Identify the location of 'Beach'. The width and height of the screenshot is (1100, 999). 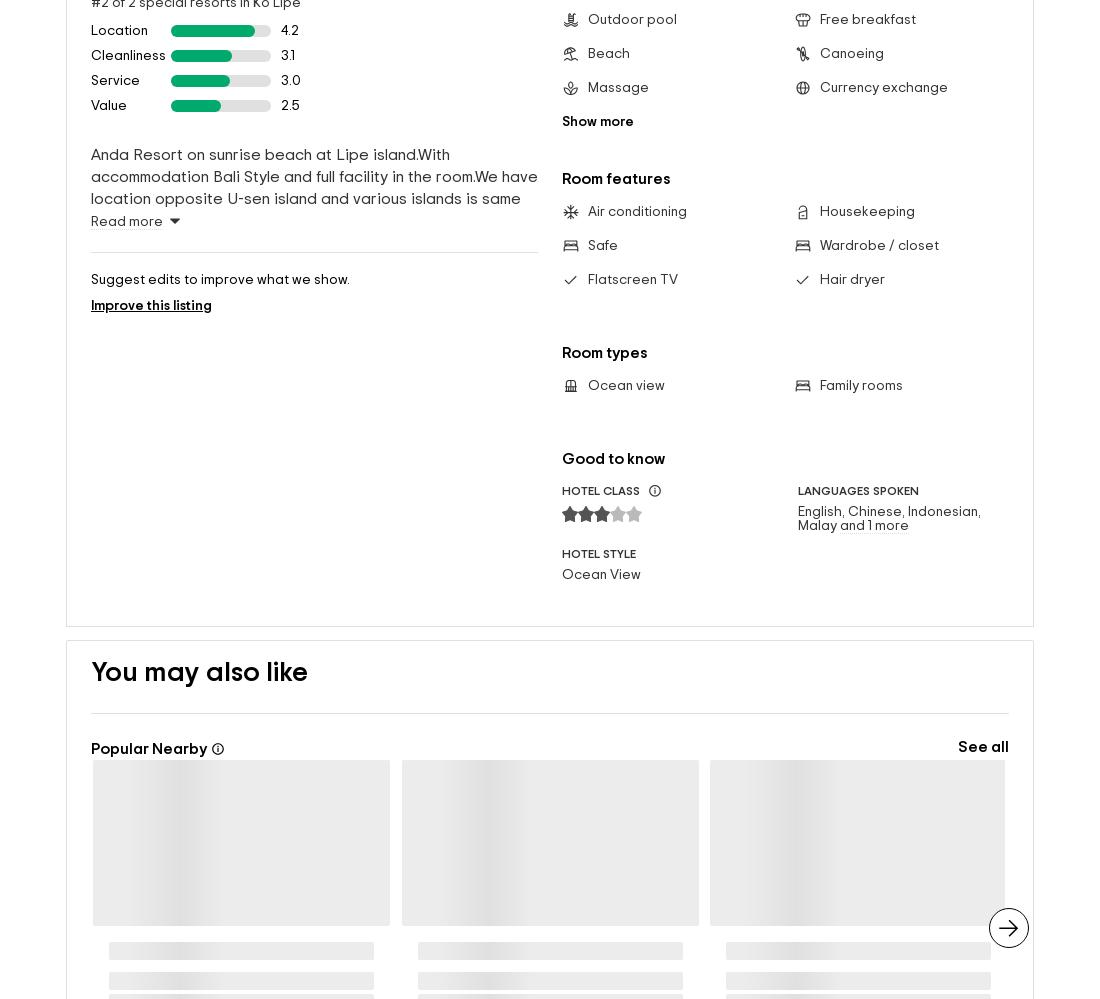
(607, 21).